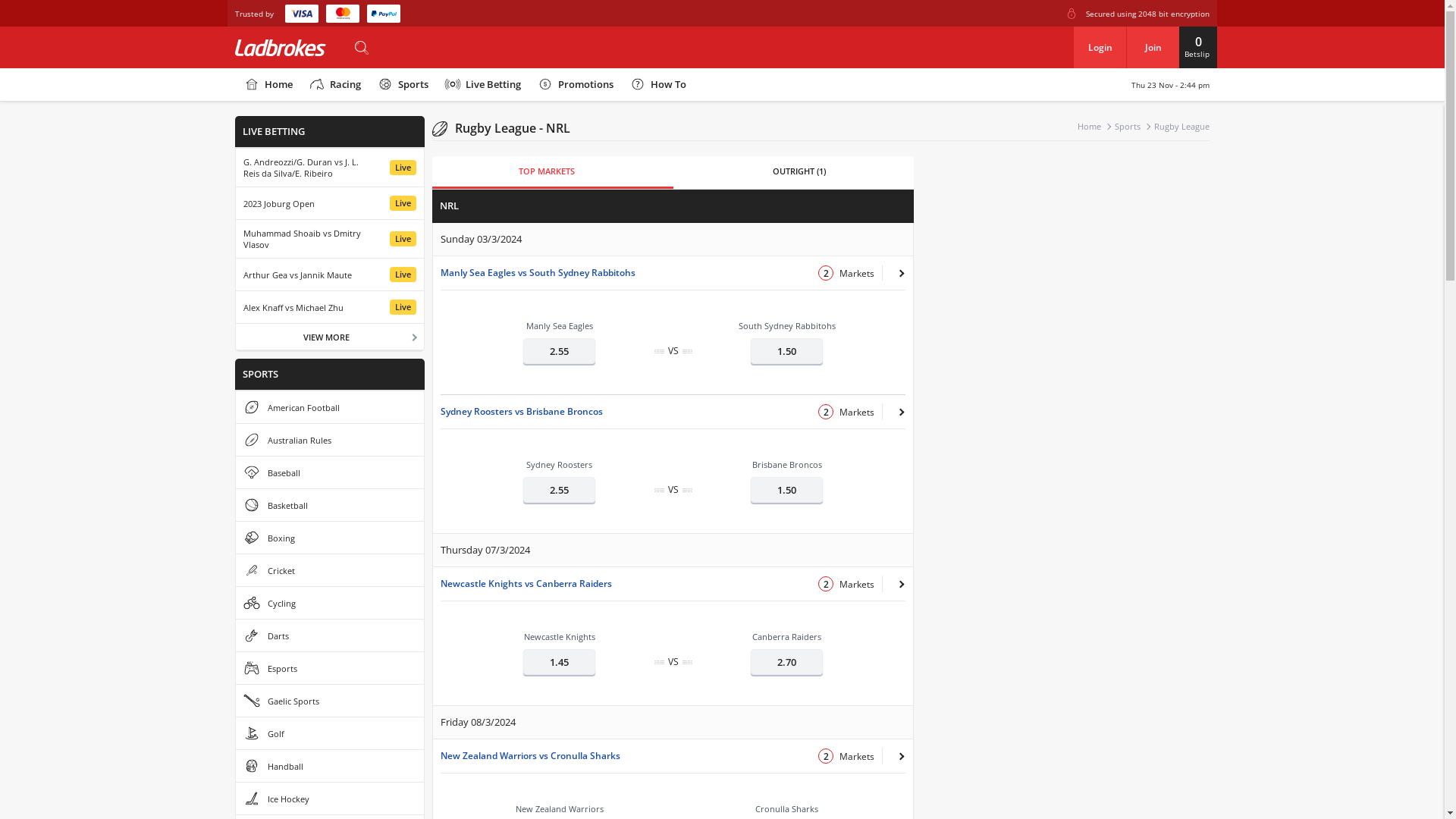 The image size is (1456, 819). Describe the element at coordinates (234, 84) in the screenshot. I see `'Home'` at that location.